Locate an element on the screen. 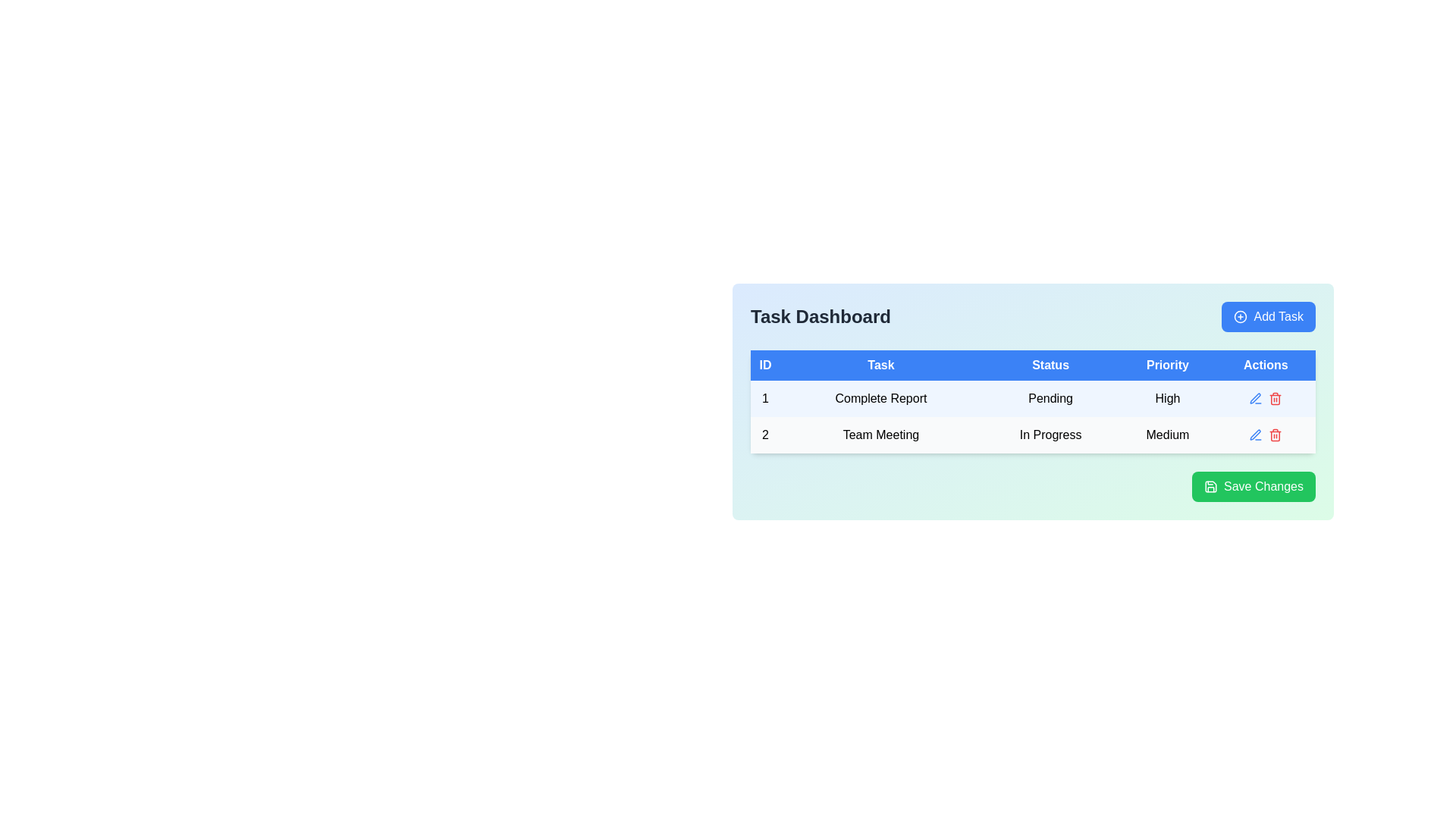 This screenshot has height=819, width=1456. the text label 'High' which is bold and centered in the Priority column of the first row of the table, following the 'Pending' status cell is located at coordinates (1167, 397).